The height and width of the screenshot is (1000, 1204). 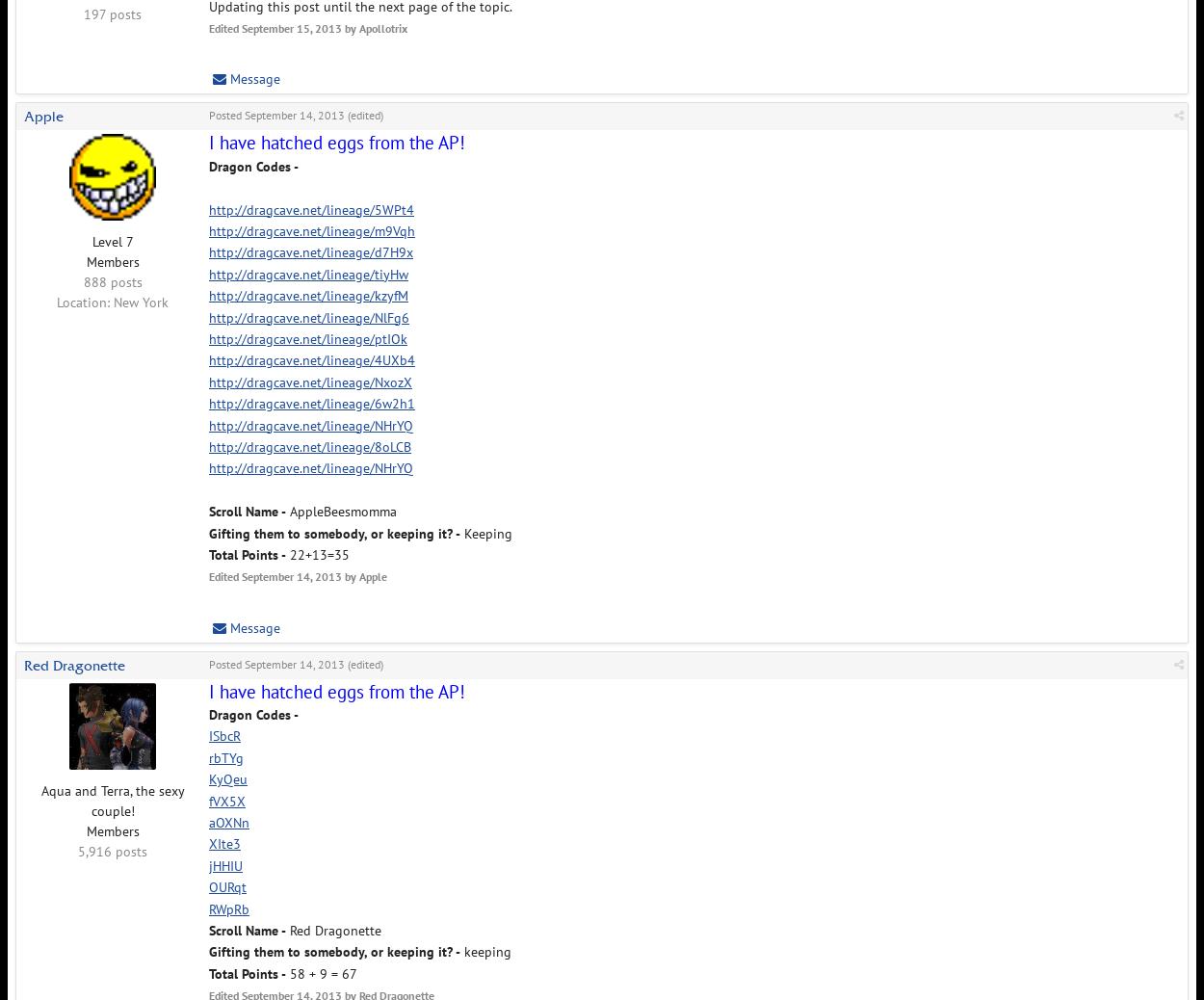 What do you see at coordinates (374, 27) in the screenshot?
I see `'by Apollotrix'` at bounding box center [374, 27].